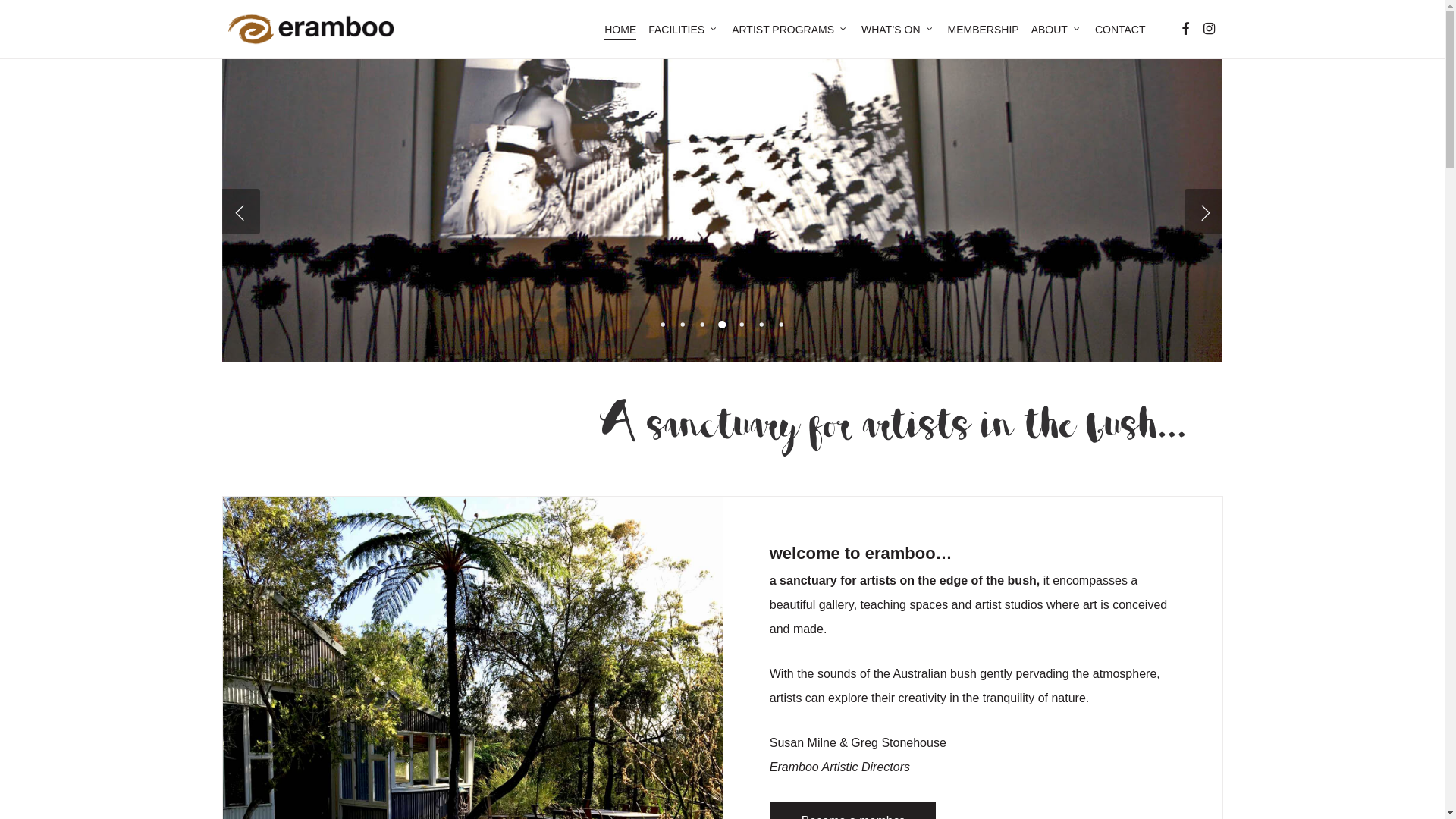  Describe the element at coordinates (1207, 29) in the screenshot. I see `'INSTAGRAM'` at that location.